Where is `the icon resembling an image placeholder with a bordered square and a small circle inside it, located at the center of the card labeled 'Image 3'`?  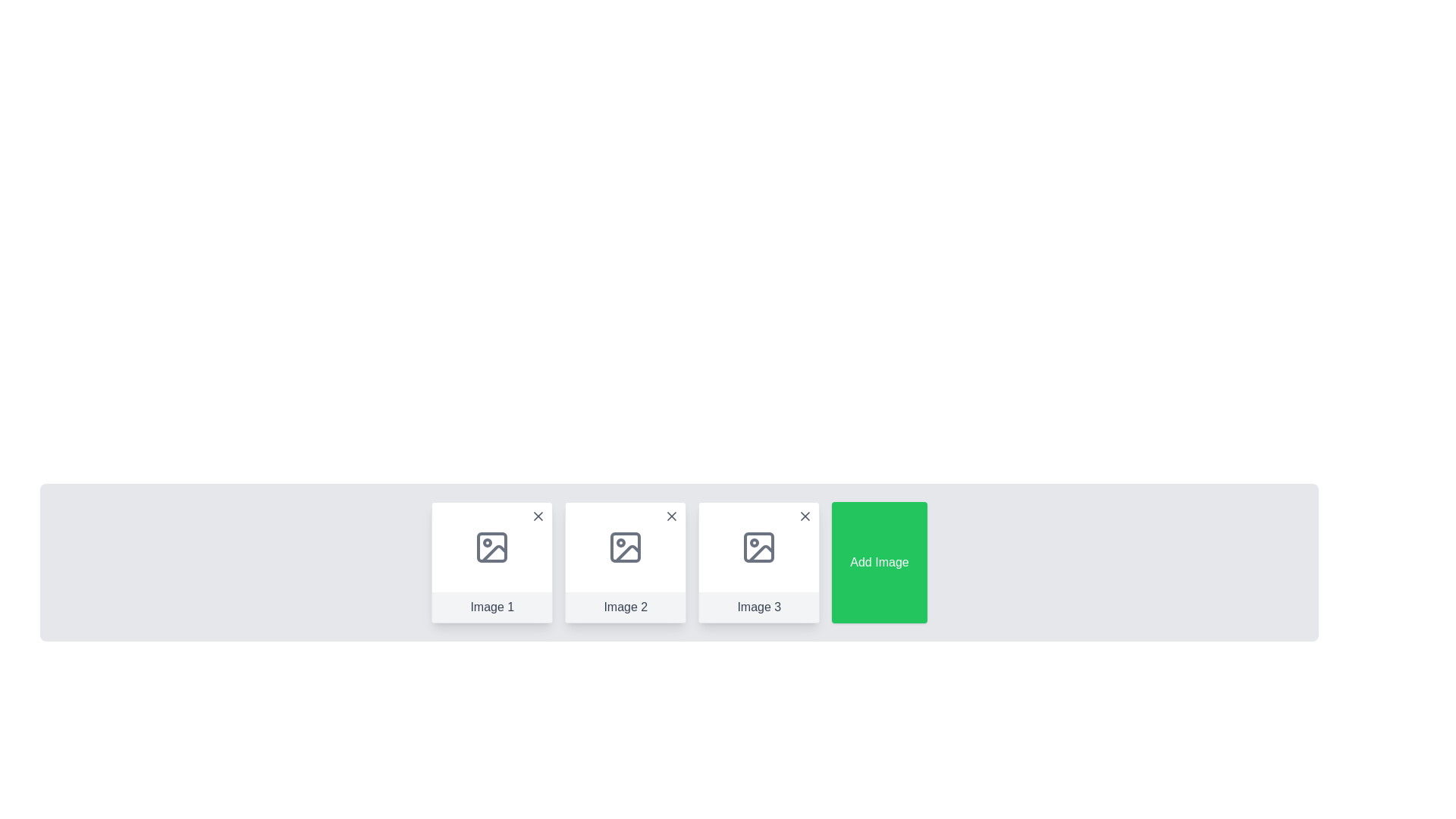
the icon resembling an image placeholder with a bordered square and a small circle inside it, located at the center of the card labeled 'Image 3' is located at coordinates (759, 547).